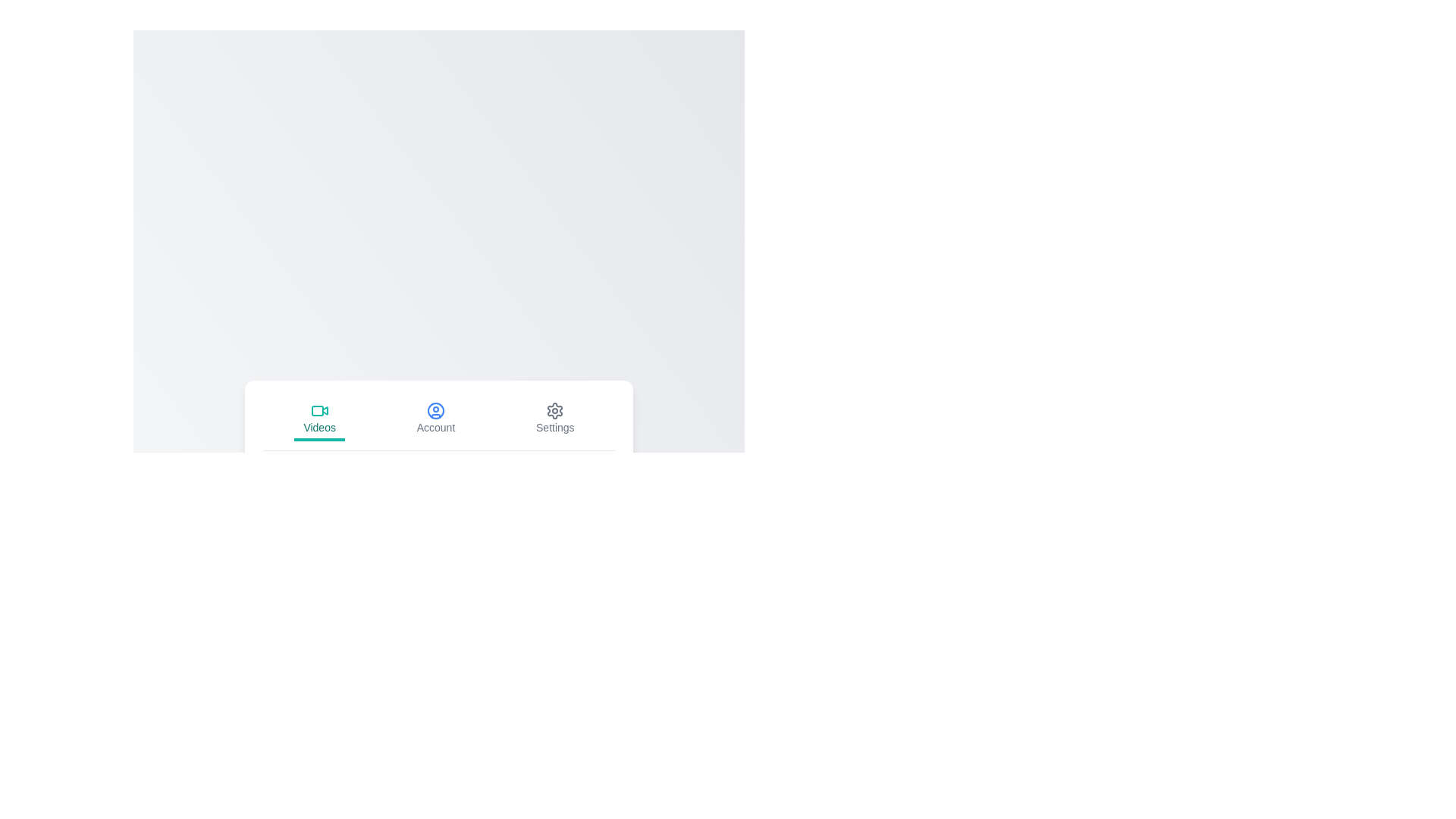  What do you see at coordinates (318, 419) in the screenshot?
I see `the Videos tab by clicking on its button` at bounding box center [318, 419].